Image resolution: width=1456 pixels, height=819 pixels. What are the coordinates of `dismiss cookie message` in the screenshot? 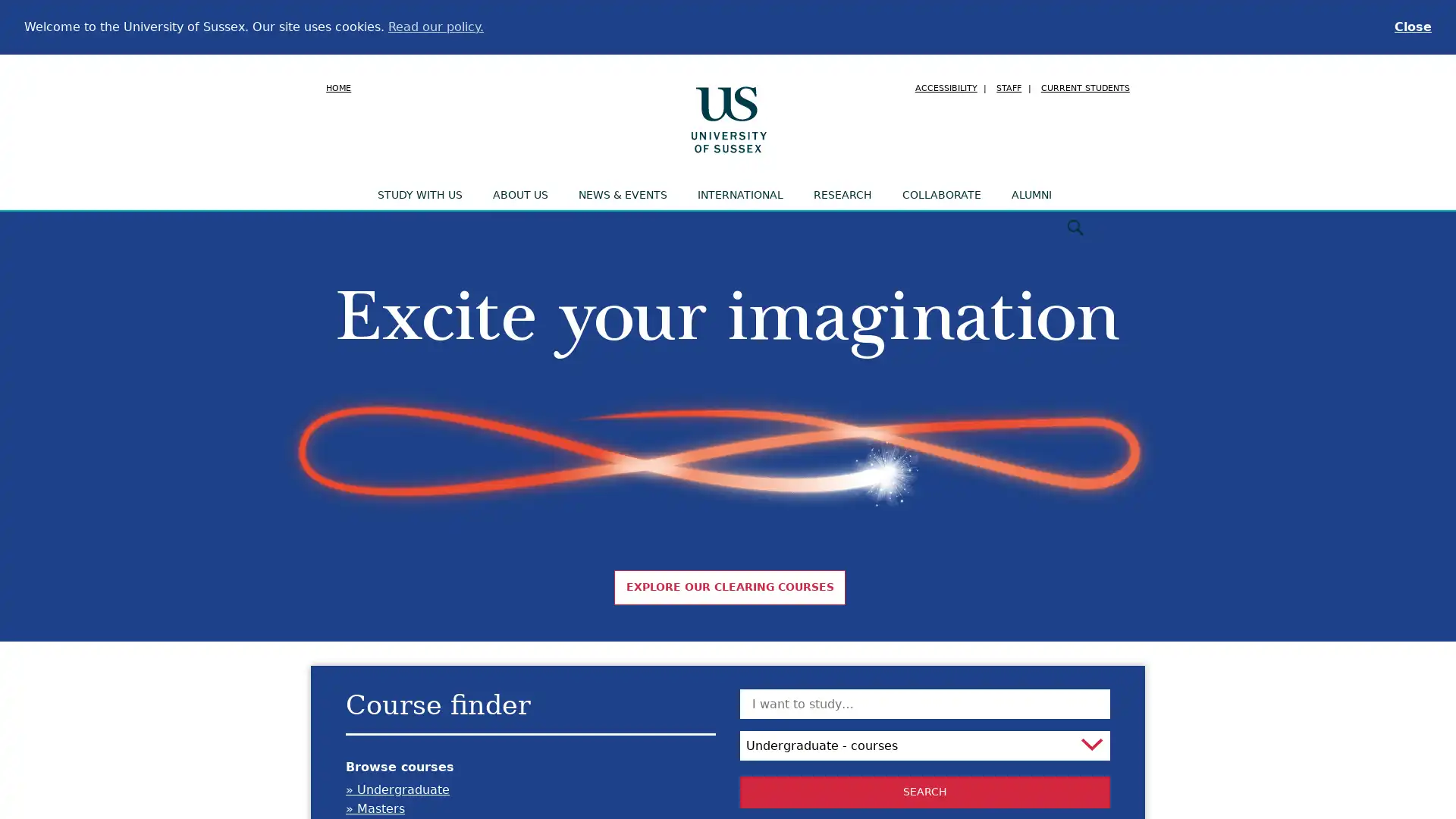 It's located at (1412, 27).